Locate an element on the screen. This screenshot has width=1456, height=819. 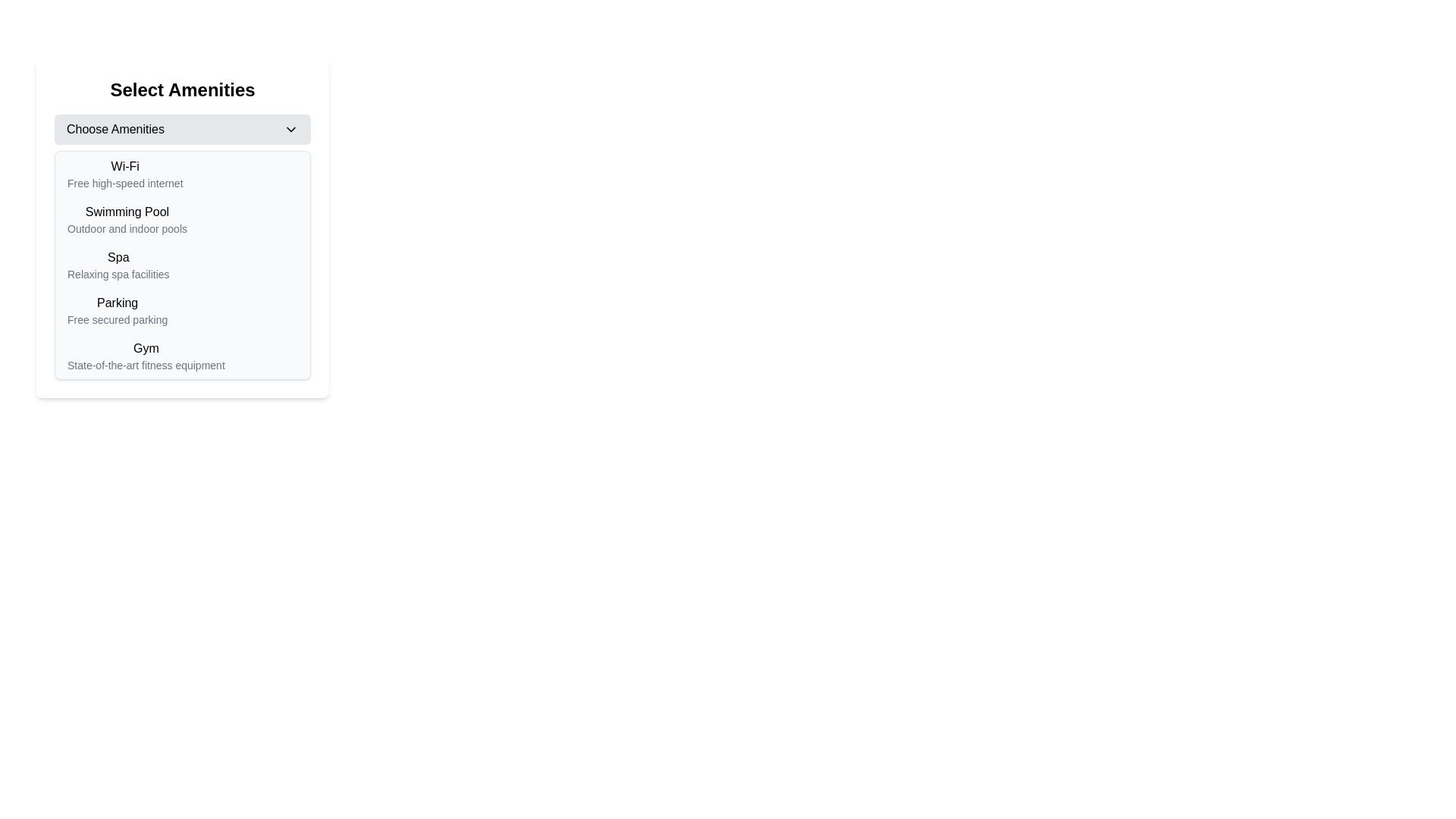
the first item in the amenity selection list that provides information about the Wi-Fi service offered is located at coordinates (182, 174).